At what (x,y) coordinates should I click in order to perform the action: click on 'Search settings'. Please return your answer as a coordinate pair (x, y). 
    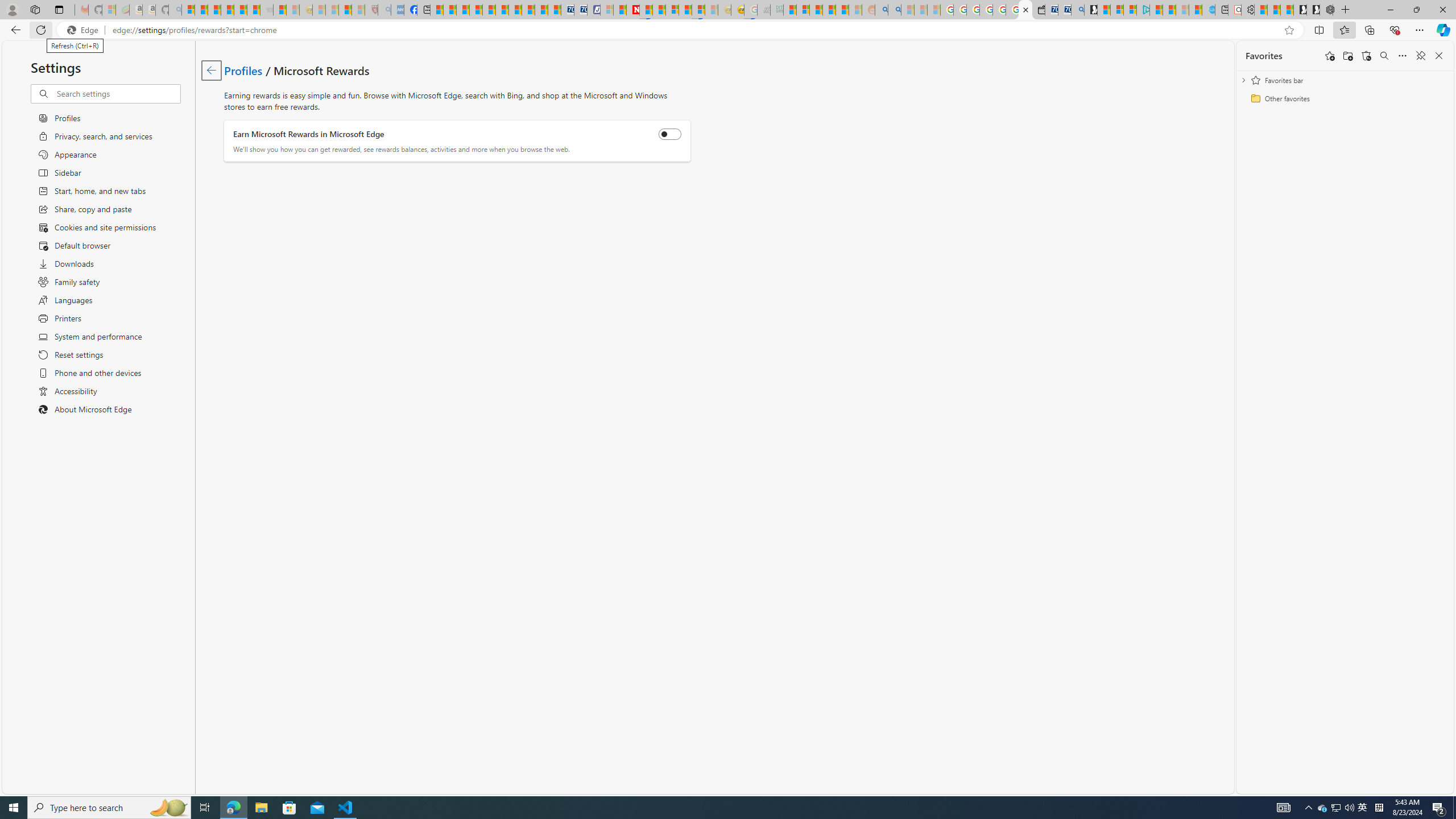
    Looking at the image, I should click on (118, 93).